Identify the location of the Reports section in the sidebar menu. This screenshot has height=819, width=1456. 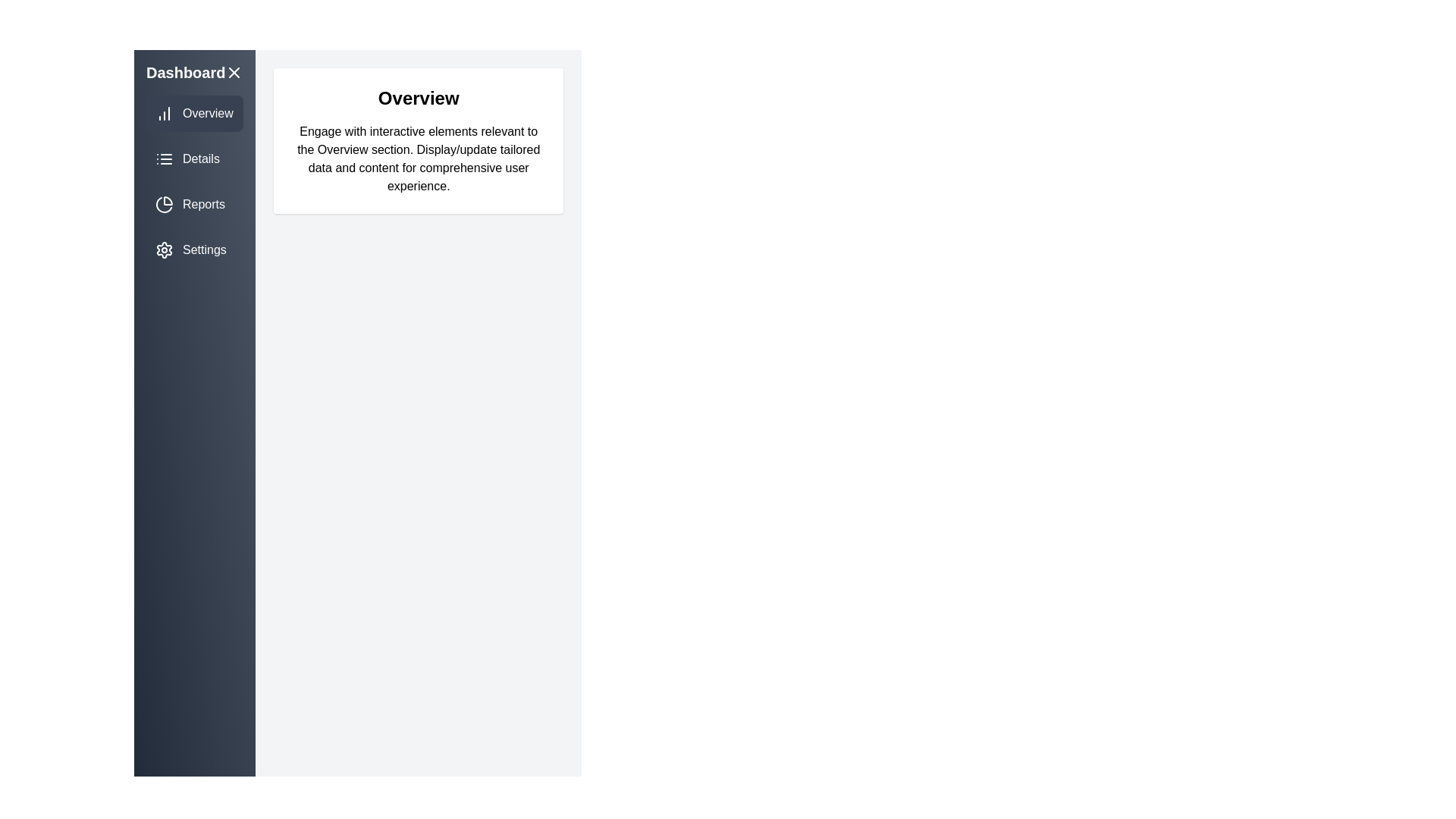
(194, 205).